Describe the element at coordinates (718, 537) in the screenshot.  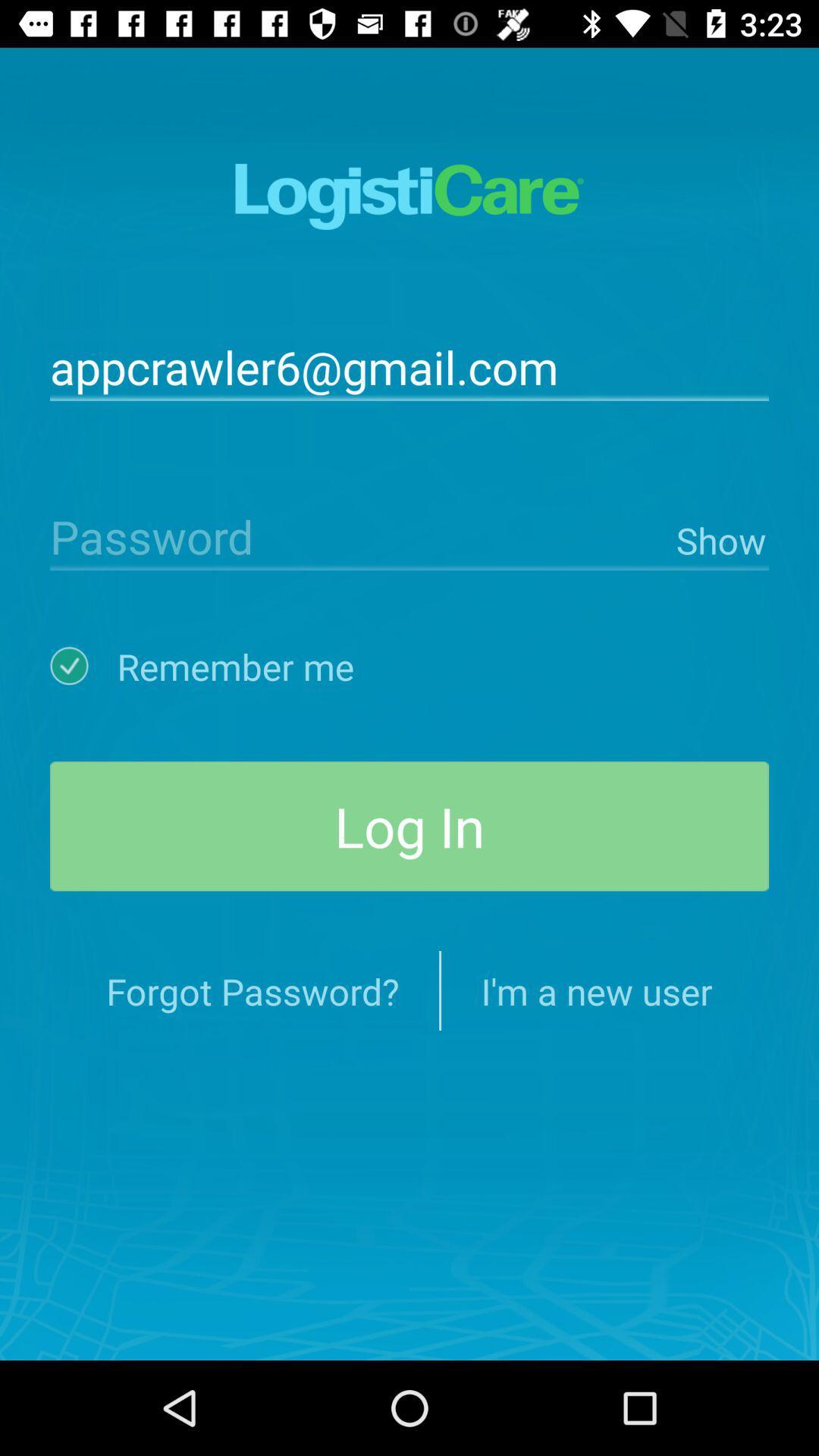
I see `show item` at that location.